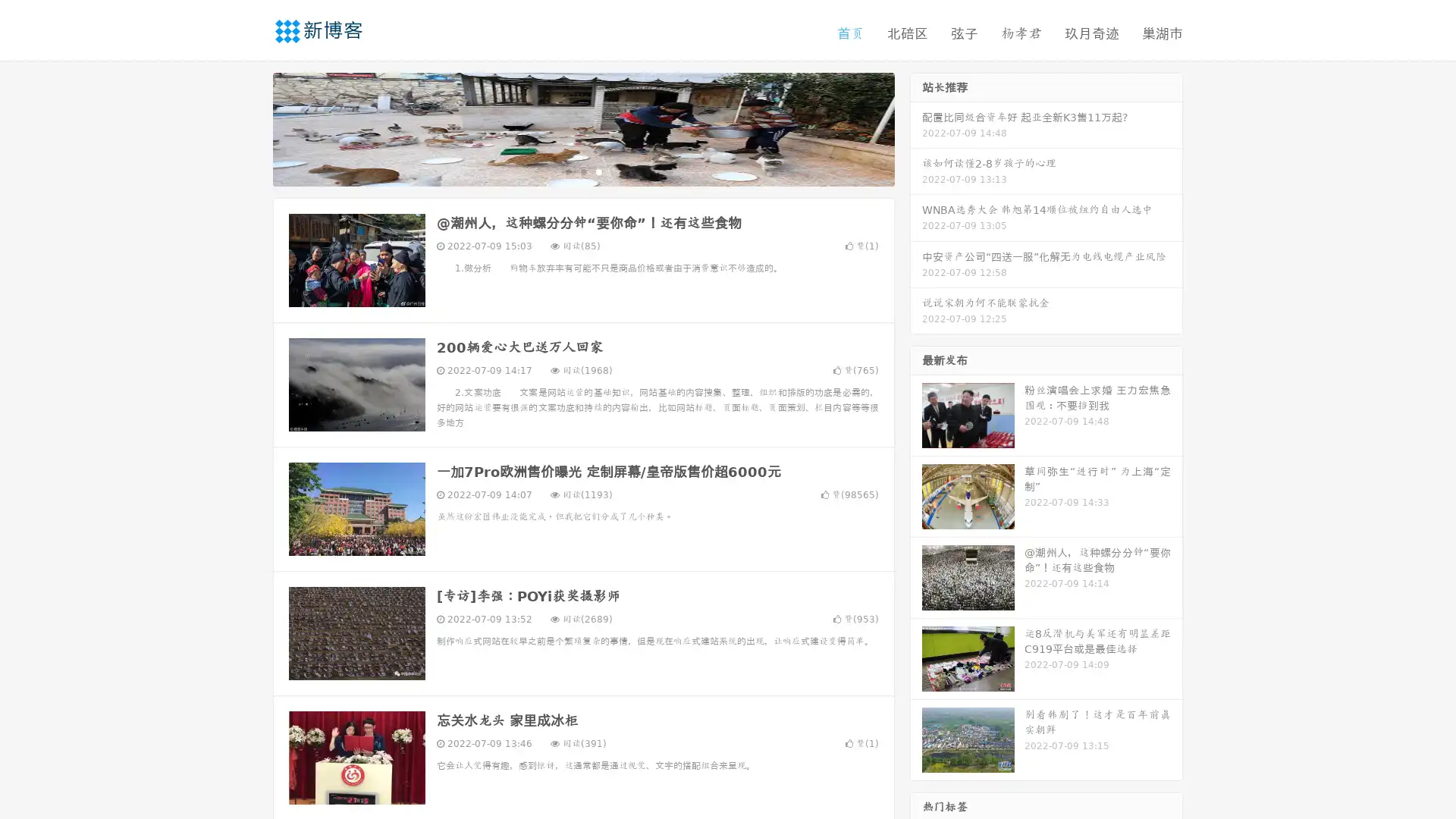 Image resolution: width=1456 pixels, height=819 pixels. What do you see at coordinates (598, 171) in the screenshot?
I see `Go to slide 3` at bounding box center [598, 171].